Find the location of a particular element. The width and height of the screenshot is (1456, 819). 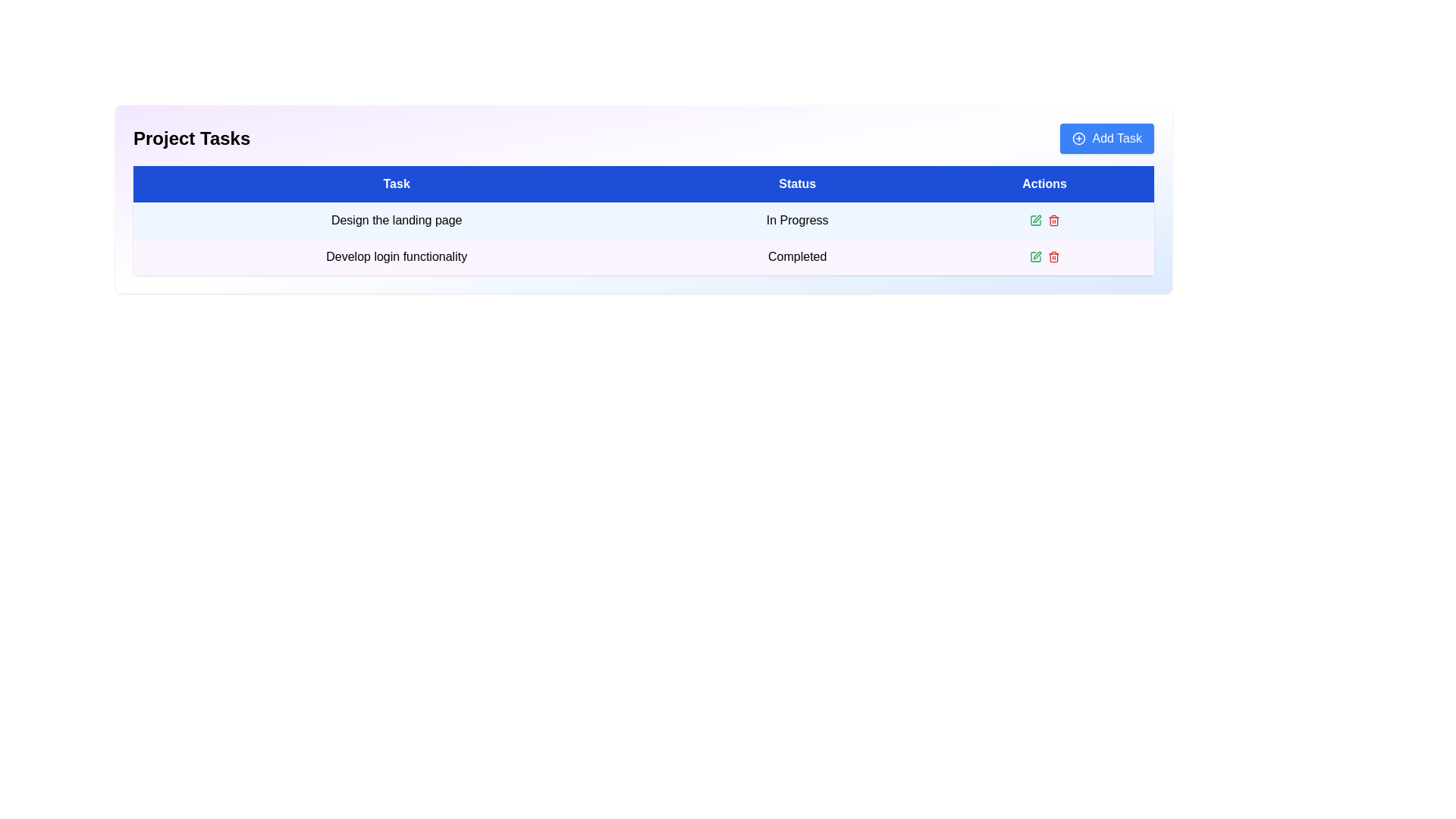

the bright red trash bin icon button, which is the third button in the row of action icons within the 'Actions' column of the second row of the table is located at coordinates (1053, 220).